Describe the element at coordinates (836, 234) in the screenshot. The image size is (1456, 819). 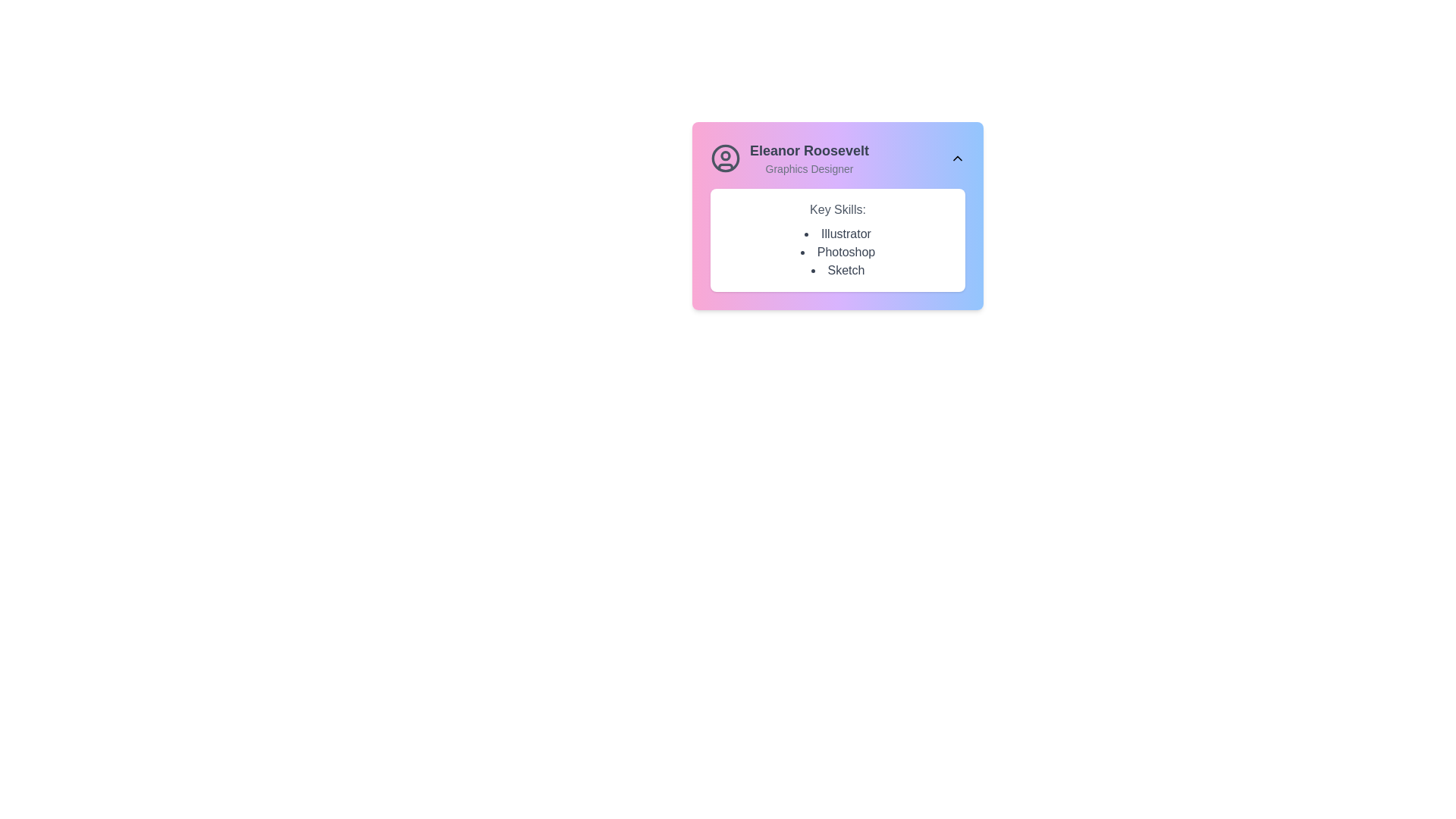
I see `text of the 'Illustrator' label, which is the first item in the 'Key Skills' list styled in gray font next to a circular bullet point` at that location.